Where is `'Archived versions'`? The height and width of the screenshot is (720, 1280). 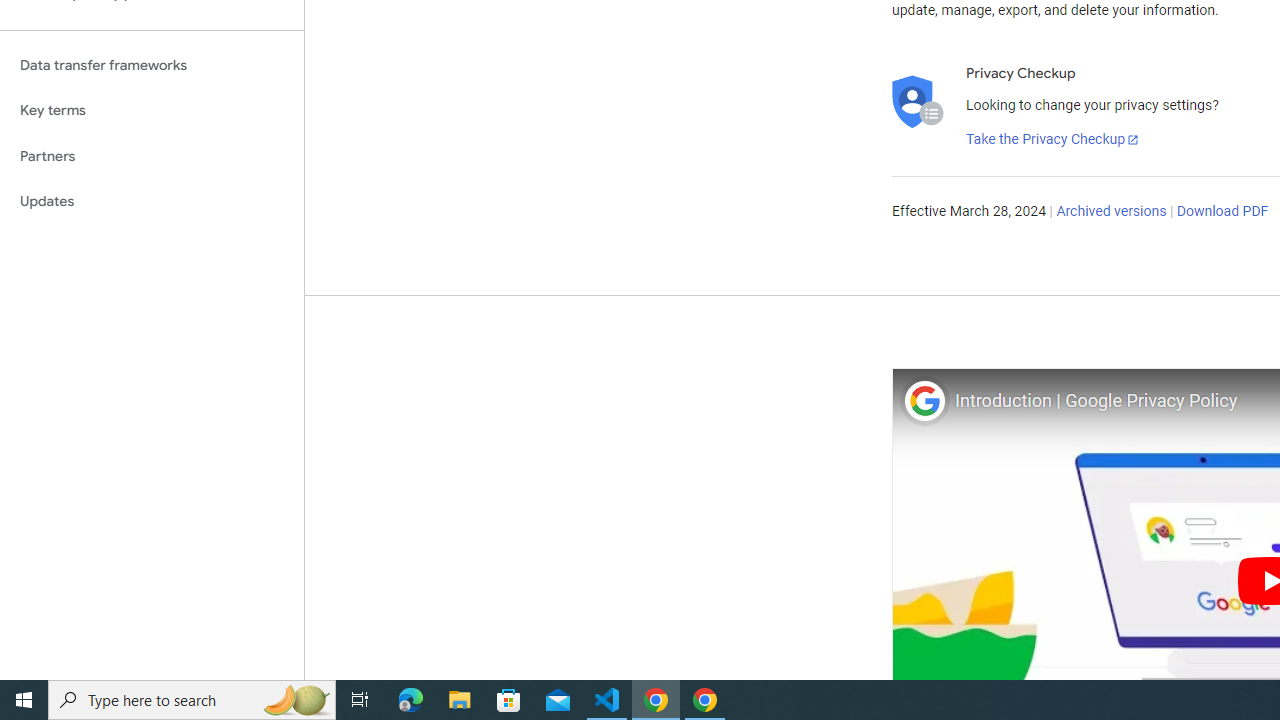
'Archived versions' is located at coordinates (1110, 212).